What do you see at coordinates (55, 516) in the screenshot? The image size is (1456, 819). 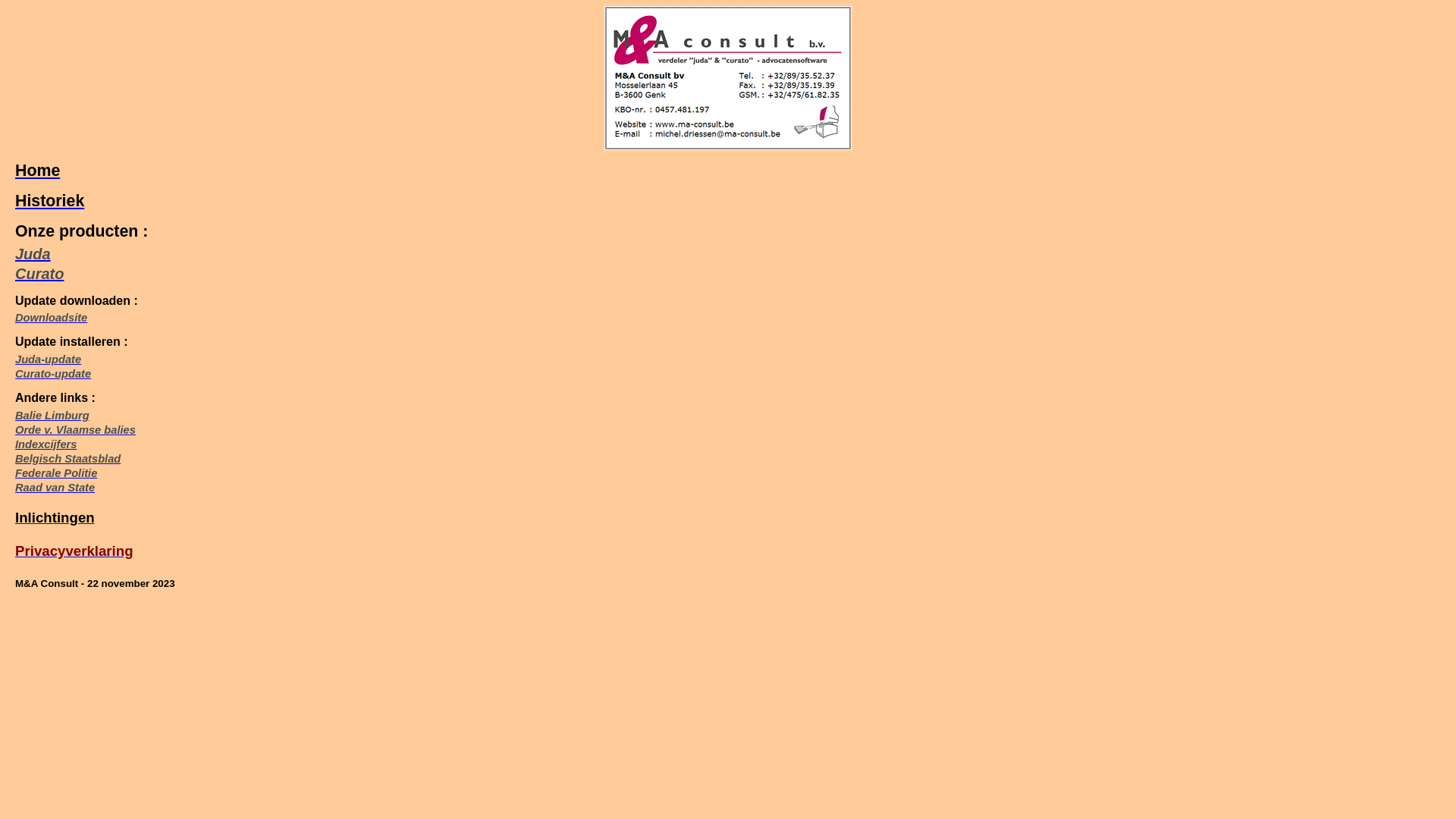 I see `'Inlichtingen'` at bounding box center [55, 516].